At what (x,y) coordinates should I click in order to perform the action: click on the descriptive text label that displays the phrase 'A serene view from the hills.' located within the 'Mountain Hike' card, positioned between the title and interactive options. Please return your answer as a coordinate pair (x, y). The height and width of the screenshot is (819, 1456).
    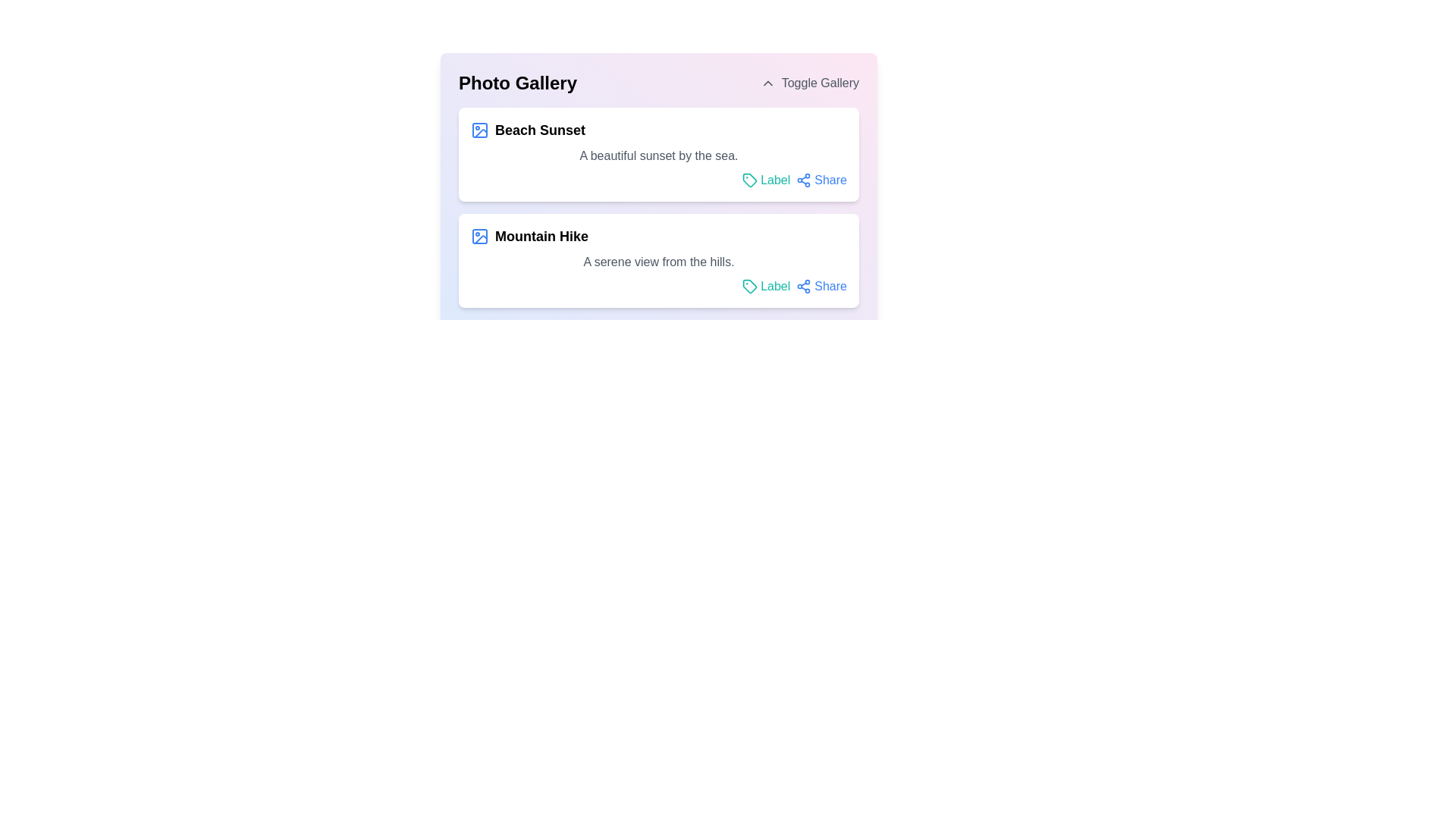
    Looking at the image, I should click on (658, 262).